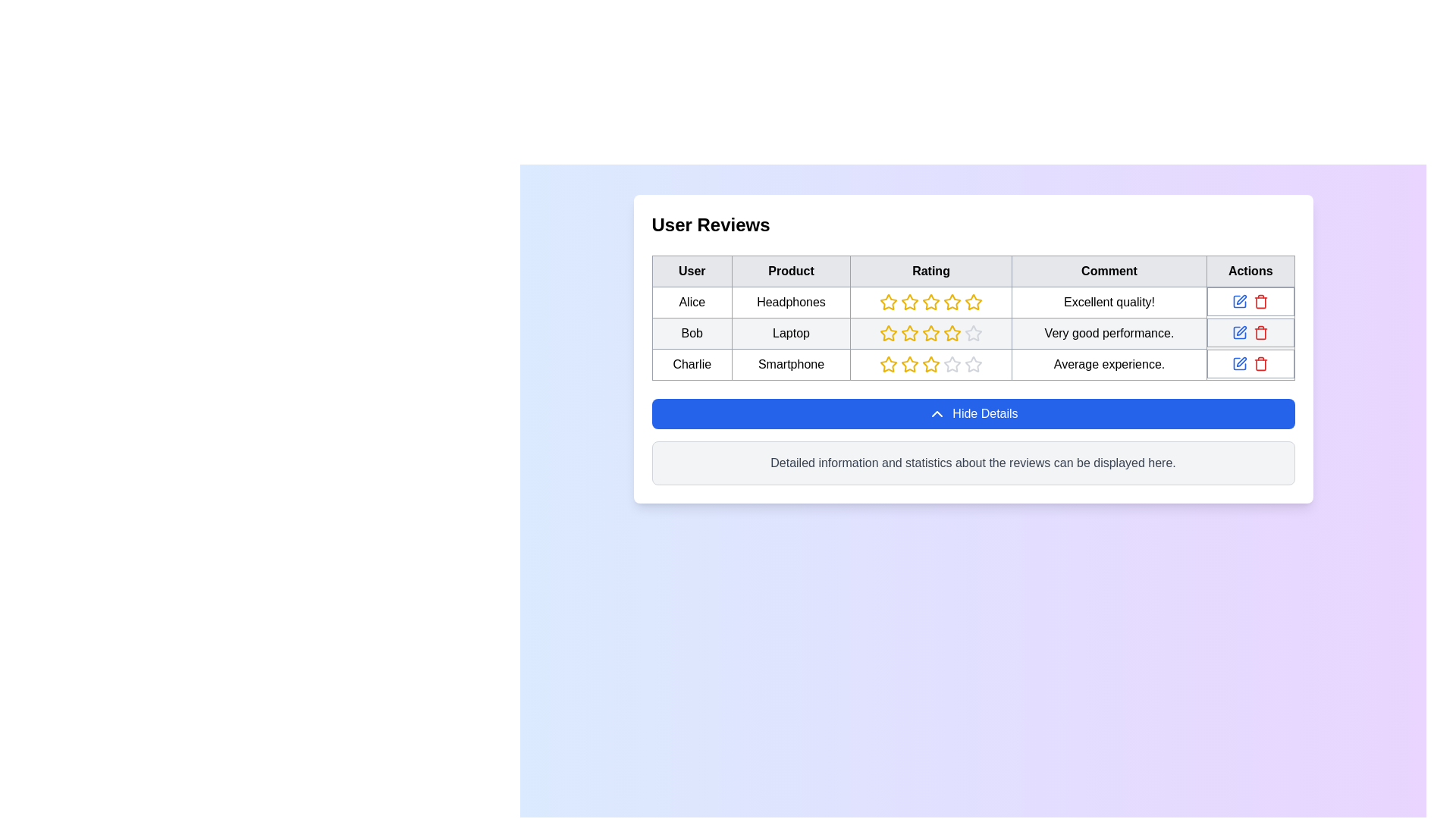  I want to click on the third star icon, which is yellow and represents a rating for the 'Charlie' entry in the 'User Reviews' table, so click(910, 365).